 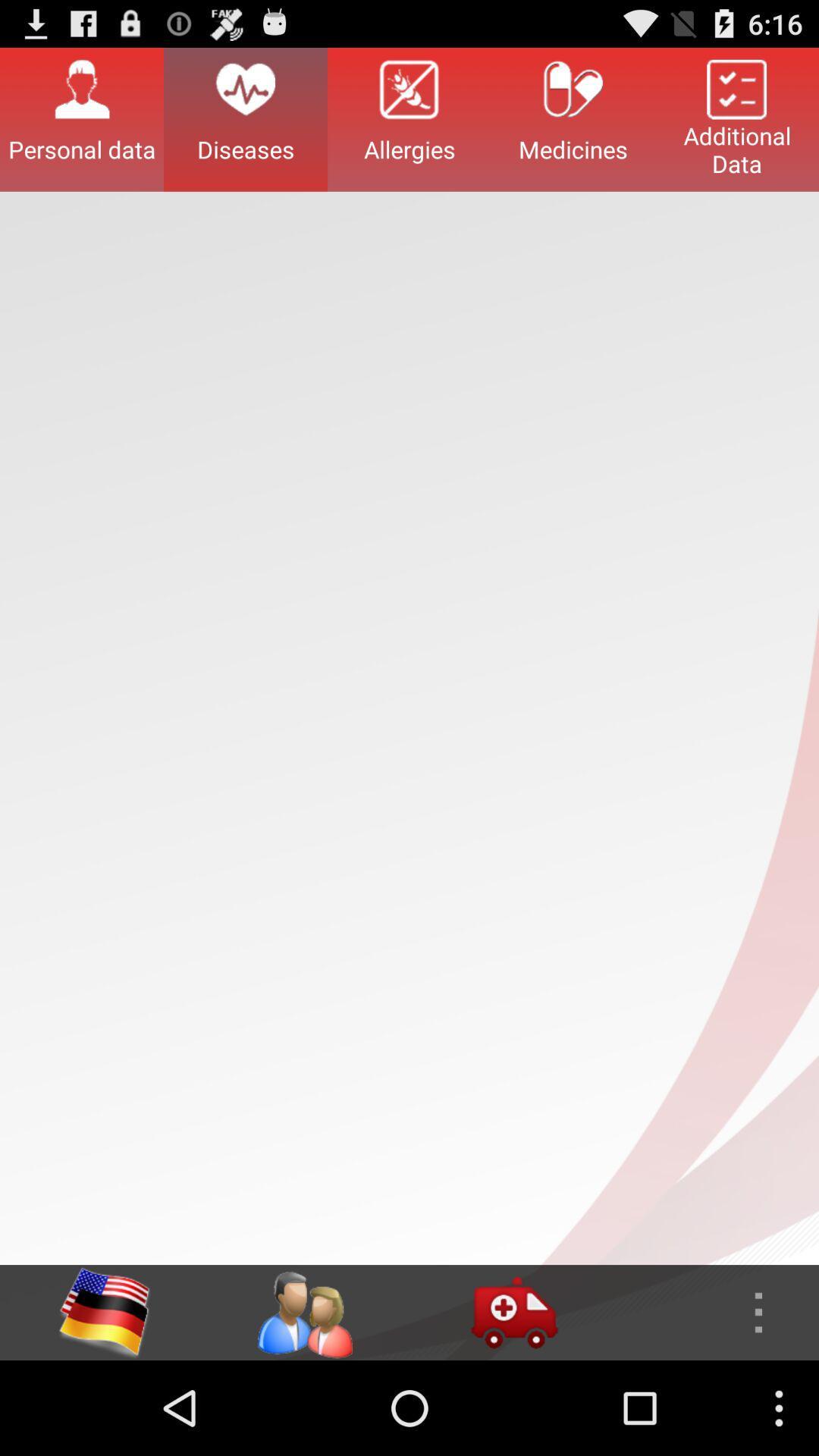 What do you see at coordinates (304, 1312) in the screenshot?
I see `genders` at bounding box center [304, 1312].